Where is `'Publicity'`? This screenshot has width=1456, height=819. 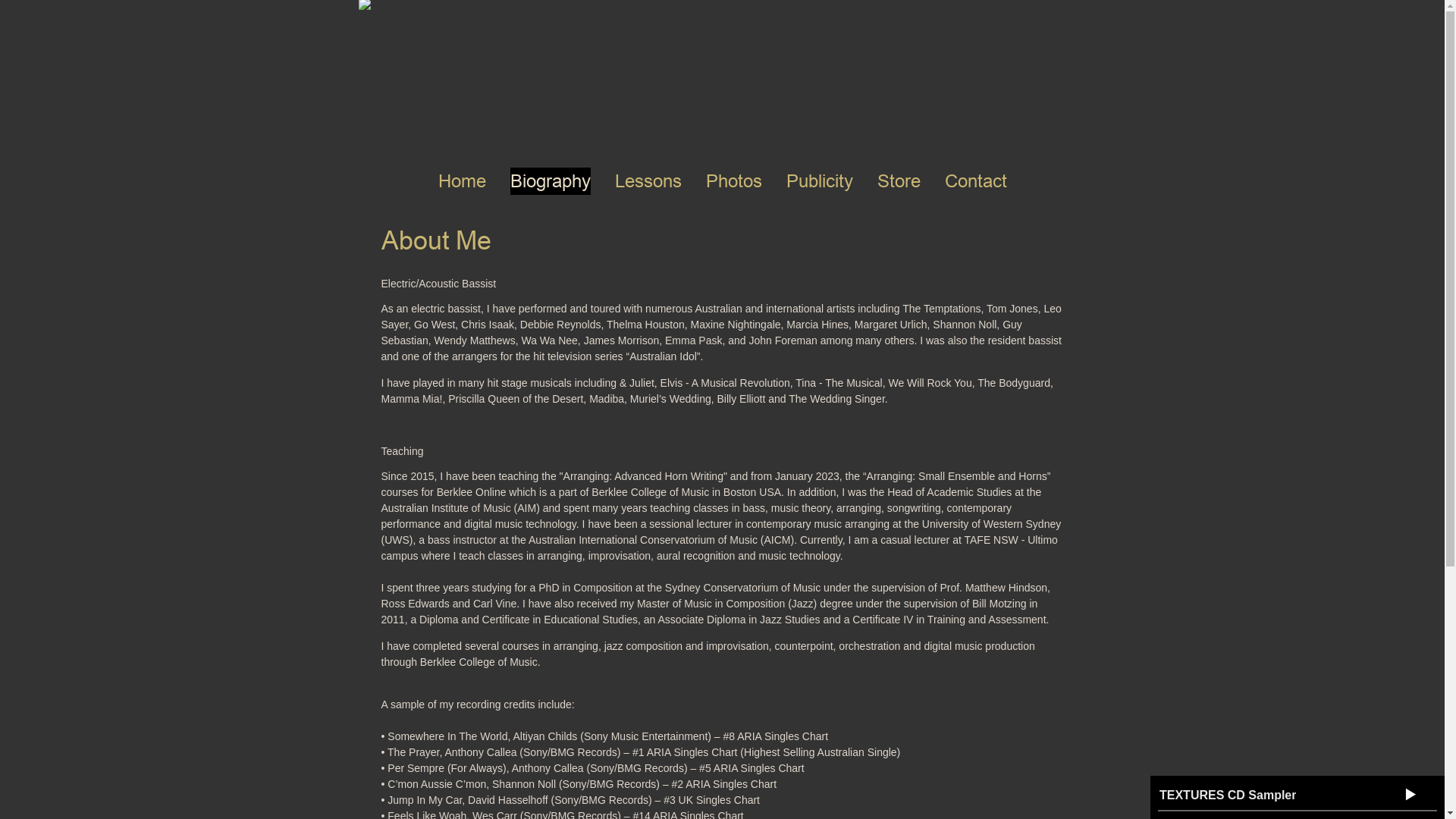
'Publicity' is located at coordinates (818, 180).